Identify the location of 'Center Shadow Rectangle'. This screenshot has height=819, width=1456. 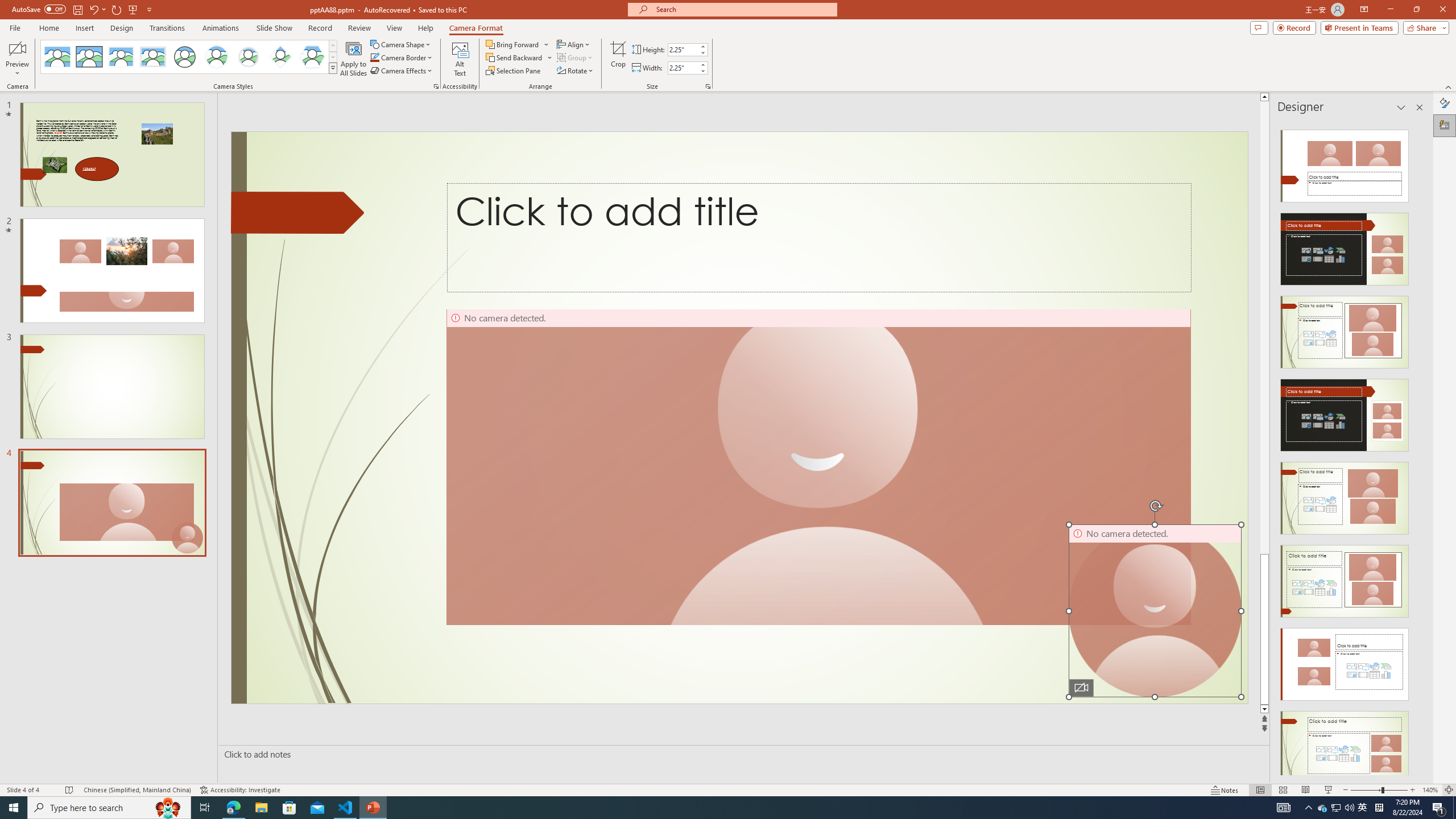
(120, 56).